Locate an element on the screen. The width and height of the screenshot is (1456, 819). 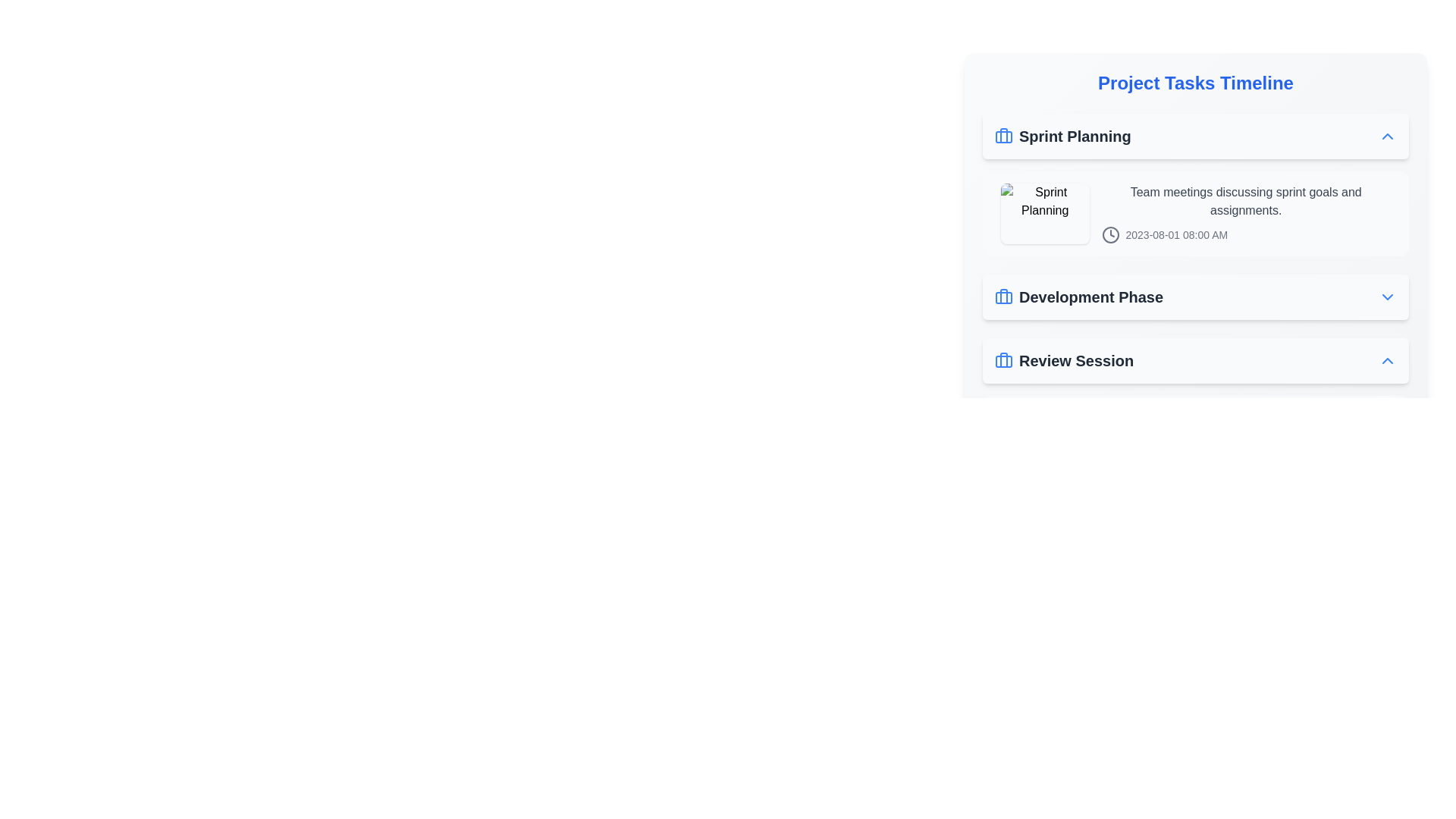
text from the title 'Project Tasks Timeline', which is a large, bold, blue-text label centered at the top of the content card is located at coordinates (1195, 83).